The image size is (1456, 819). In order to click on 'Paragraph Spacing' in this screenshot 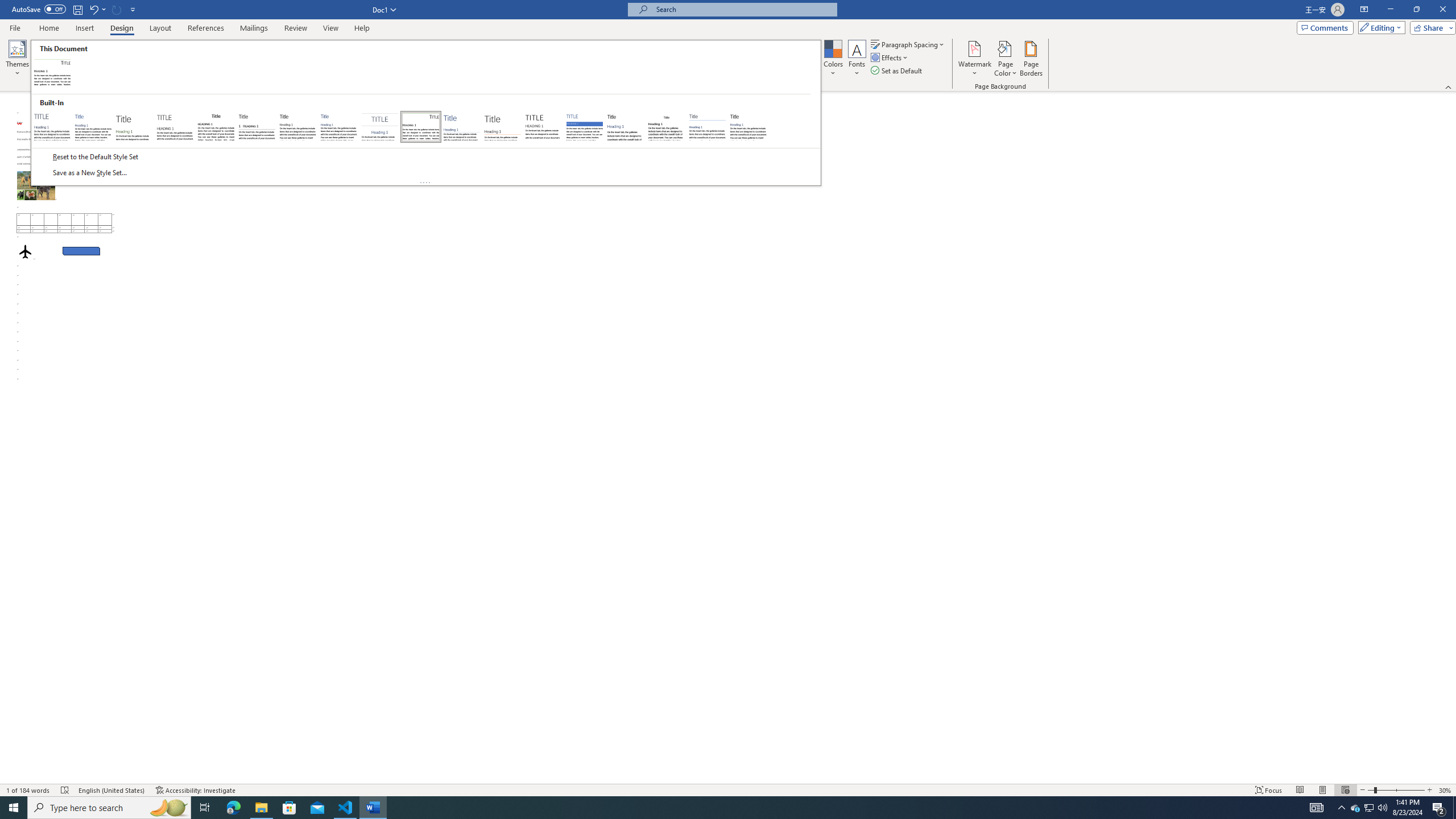, I will do `click(908, 44)`.